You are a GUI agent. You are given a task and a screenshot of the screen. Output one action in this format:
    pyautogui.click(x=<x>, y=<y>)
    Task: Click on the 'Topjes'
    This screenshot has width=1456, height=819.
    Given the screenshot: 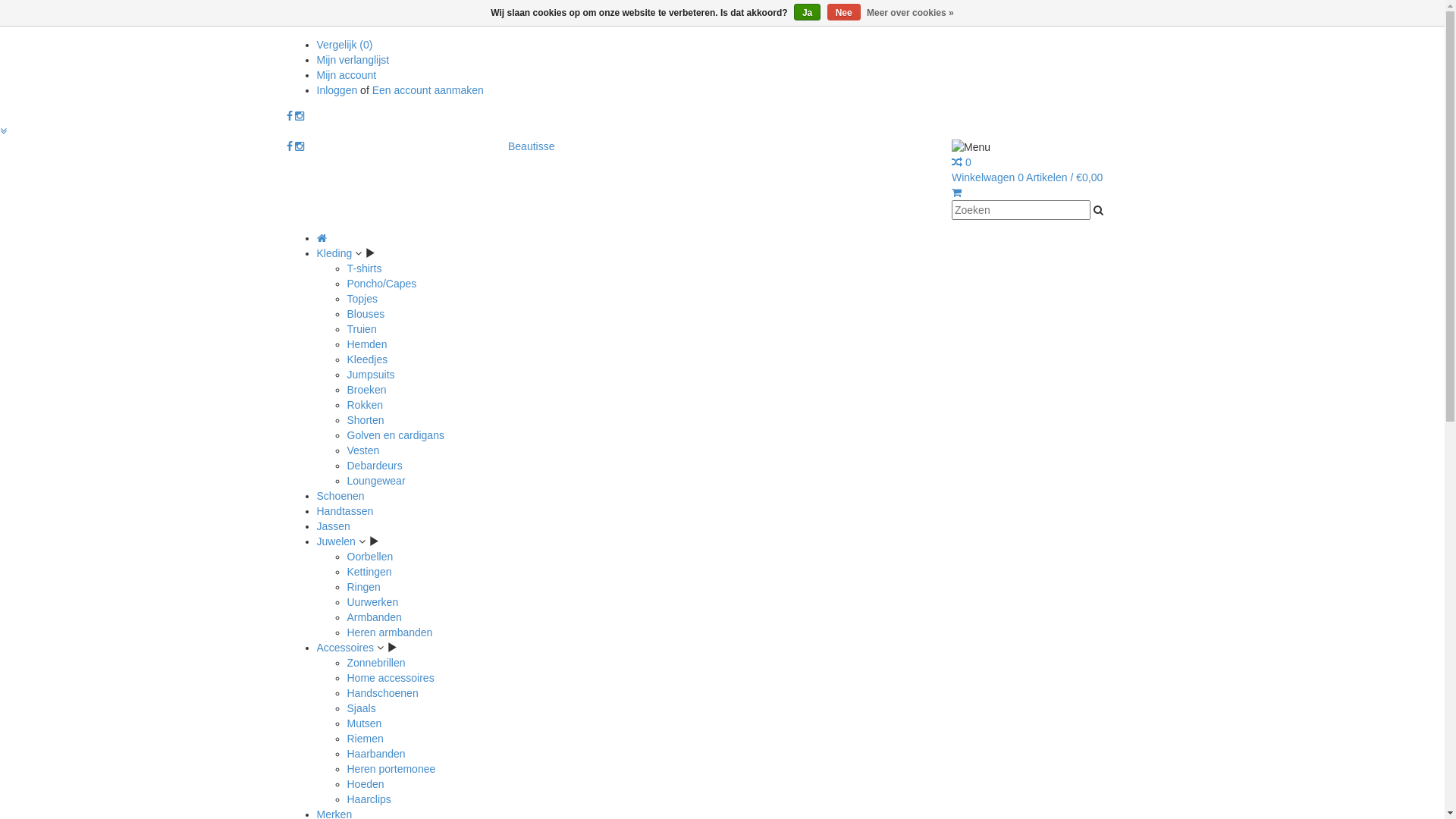 What is the action you would take?
    pyautogui.click(x=362, y=298)
    